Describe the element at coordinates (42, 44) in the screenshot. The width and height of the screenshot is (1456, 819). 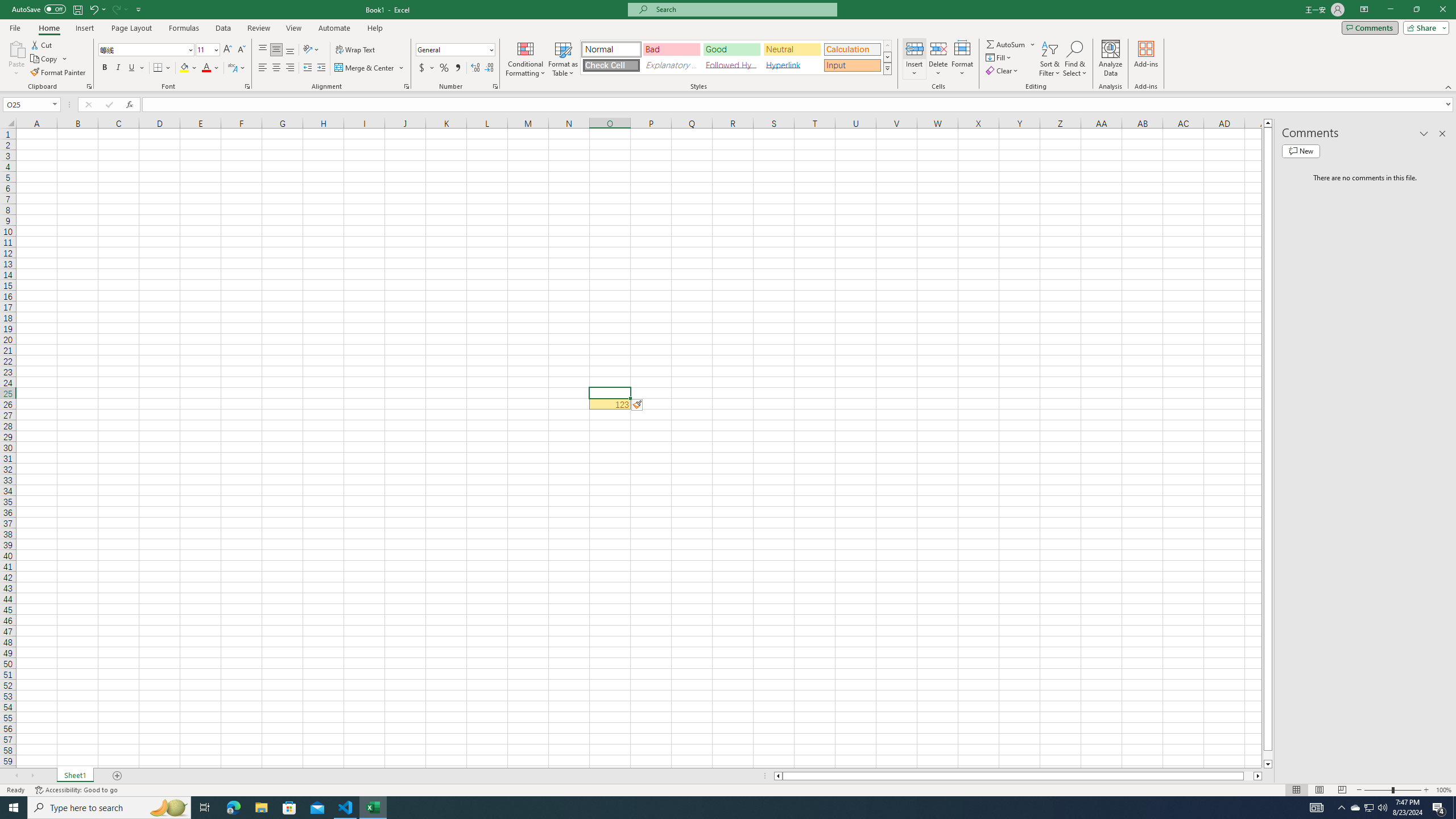
I see `'Cut'` at that location.